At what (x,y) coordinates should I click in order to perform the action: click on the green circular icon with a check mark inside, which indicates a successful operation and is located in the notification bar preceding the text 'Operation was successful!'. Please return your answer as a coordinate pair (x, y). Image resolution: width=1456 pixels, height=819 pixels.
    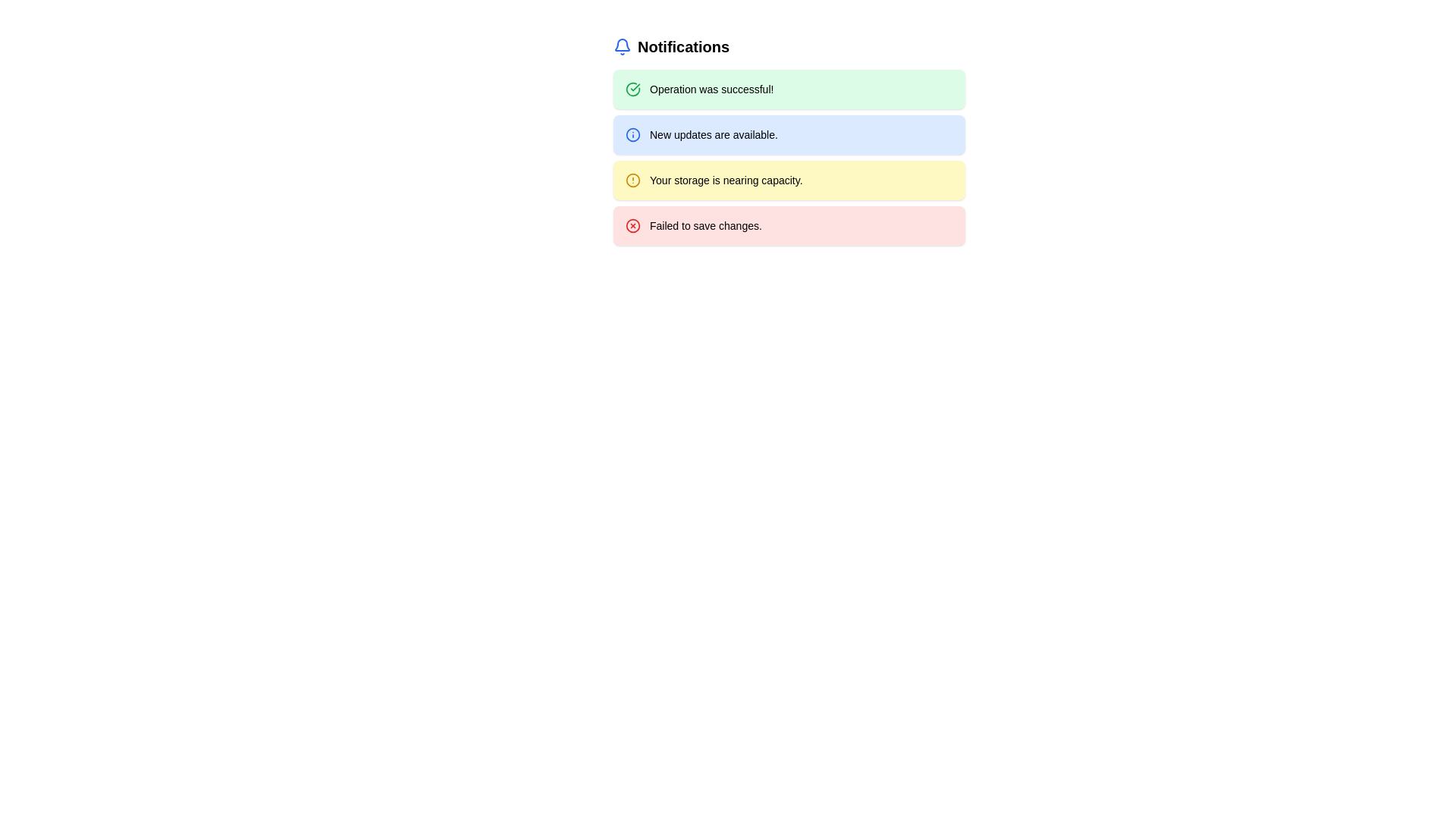
    Looking at the image, I should click on (633, 89).